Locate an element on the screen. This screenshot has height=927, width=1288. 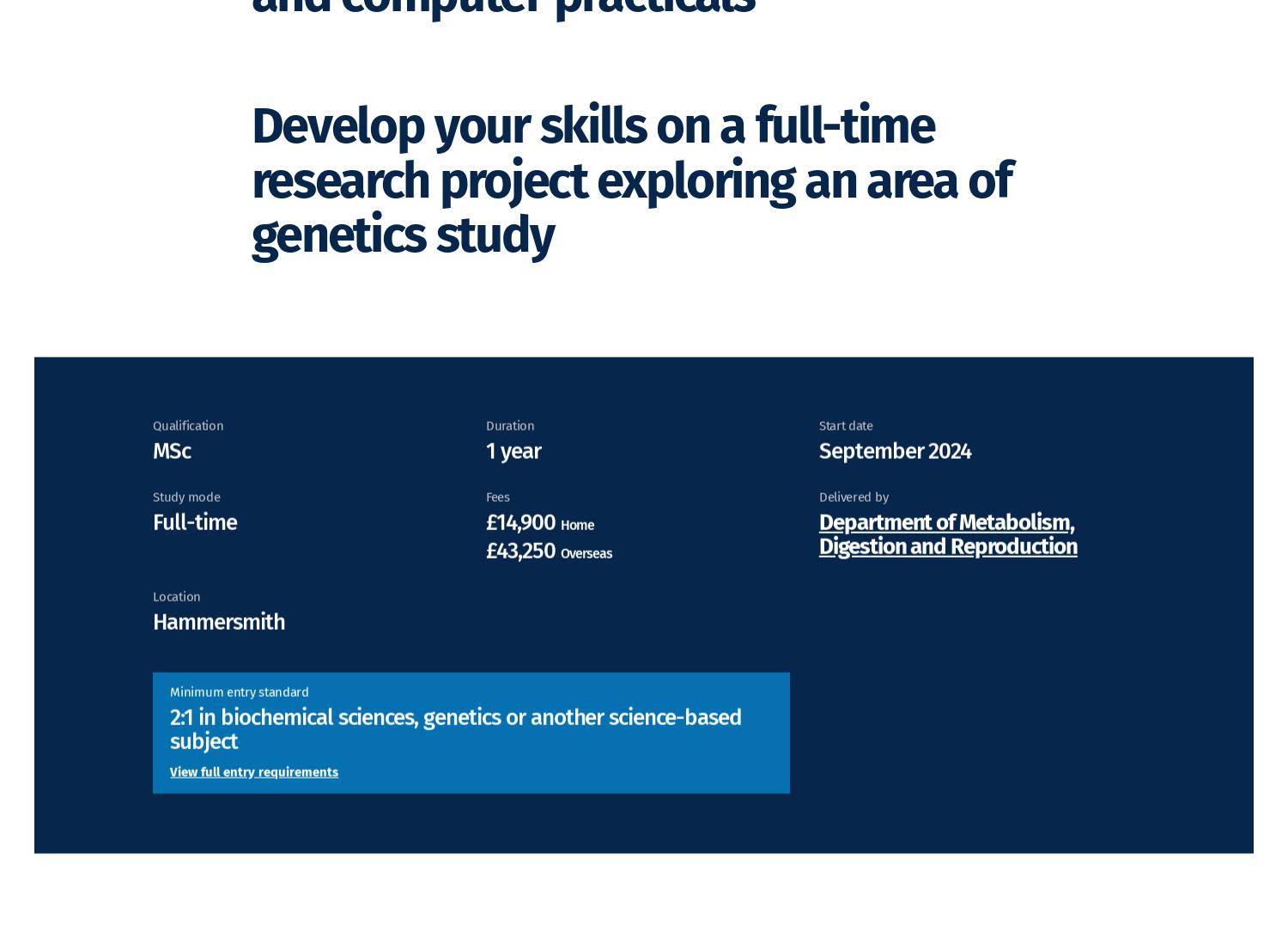
'Delivered by' is located at coordinates (852, 521).